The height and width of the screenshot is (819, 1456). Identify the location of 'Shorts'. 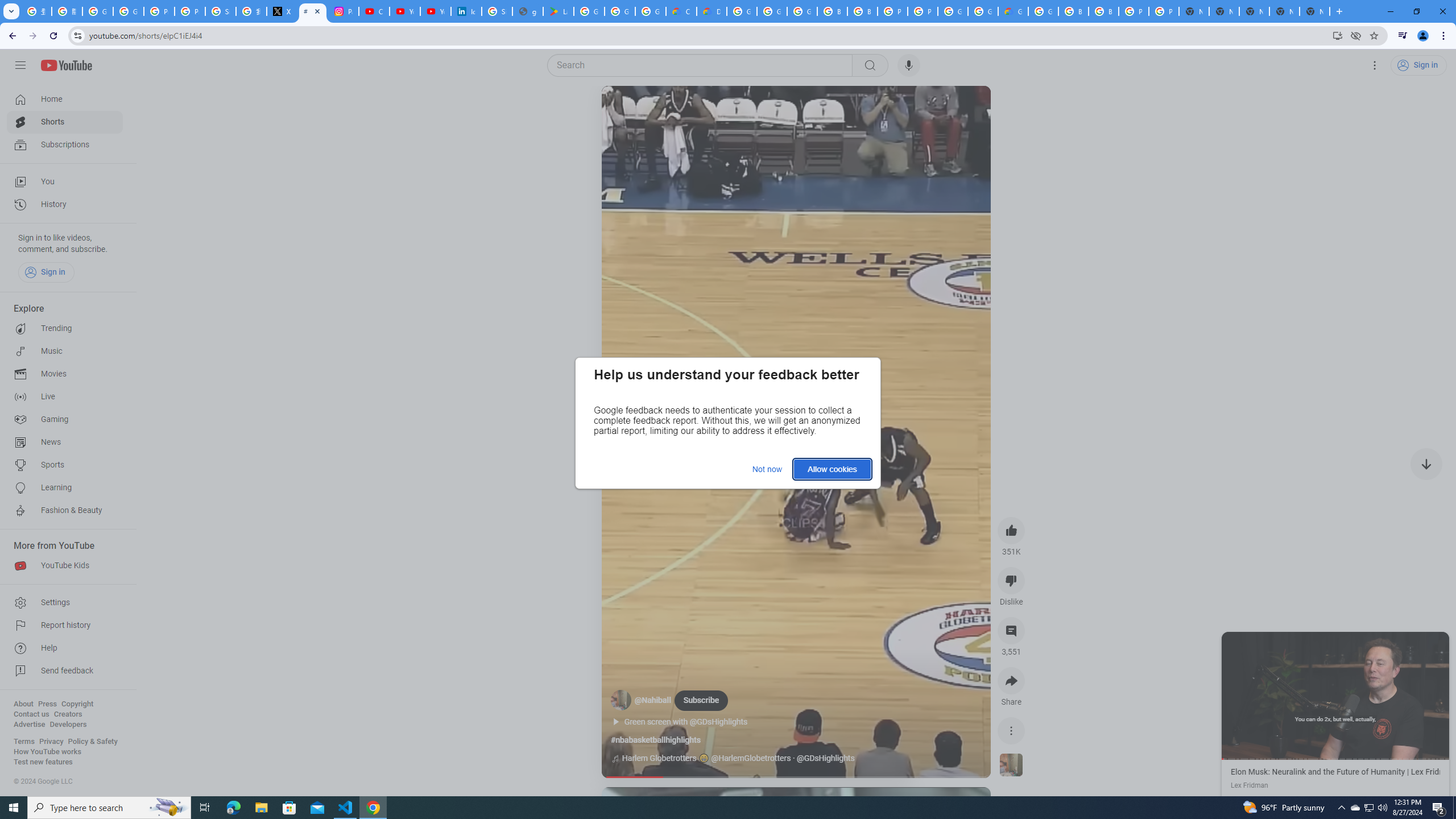
(64, 122).